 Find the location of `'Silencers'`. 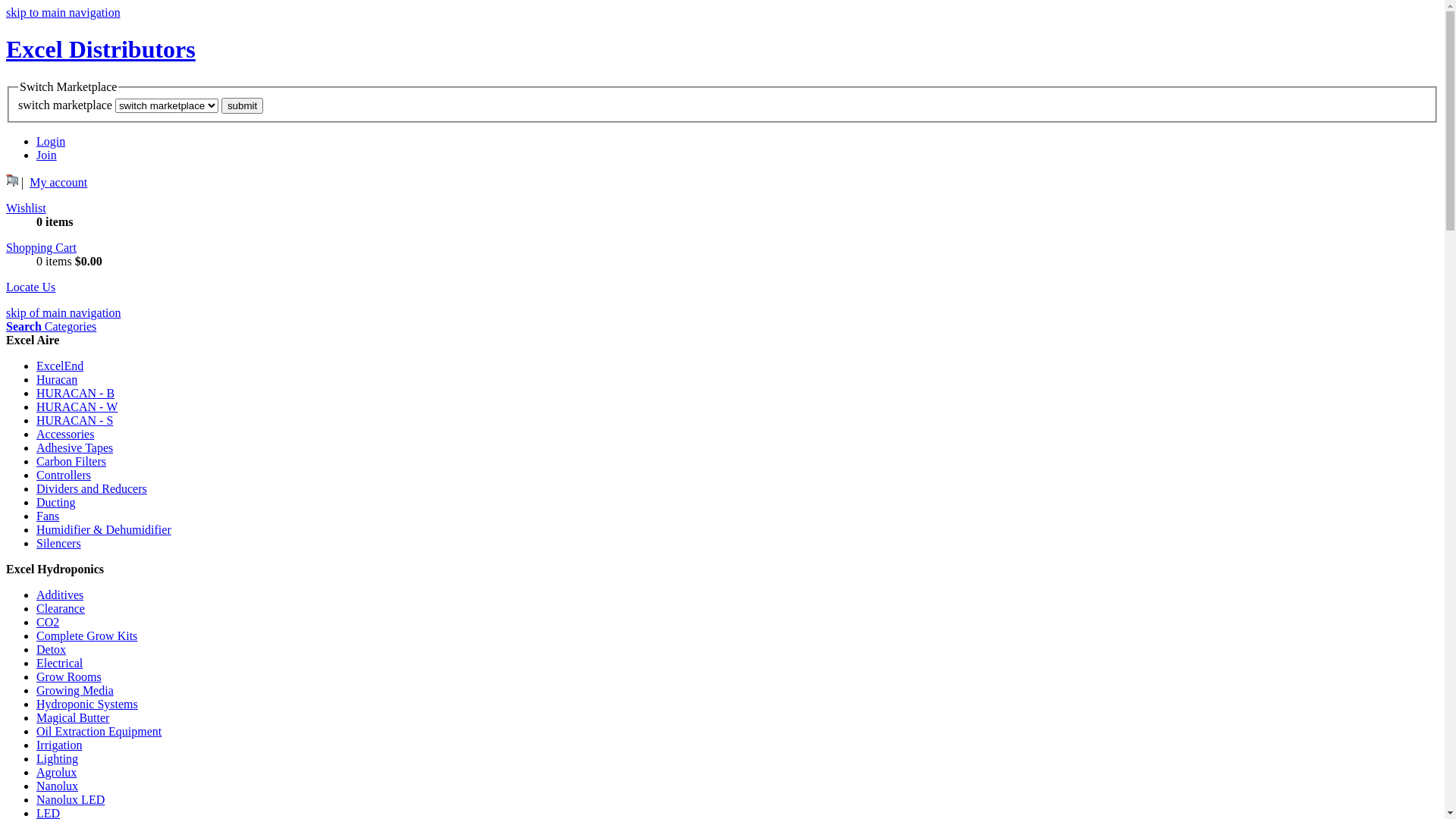

'Silencers' is located at coordinates (36, 542).